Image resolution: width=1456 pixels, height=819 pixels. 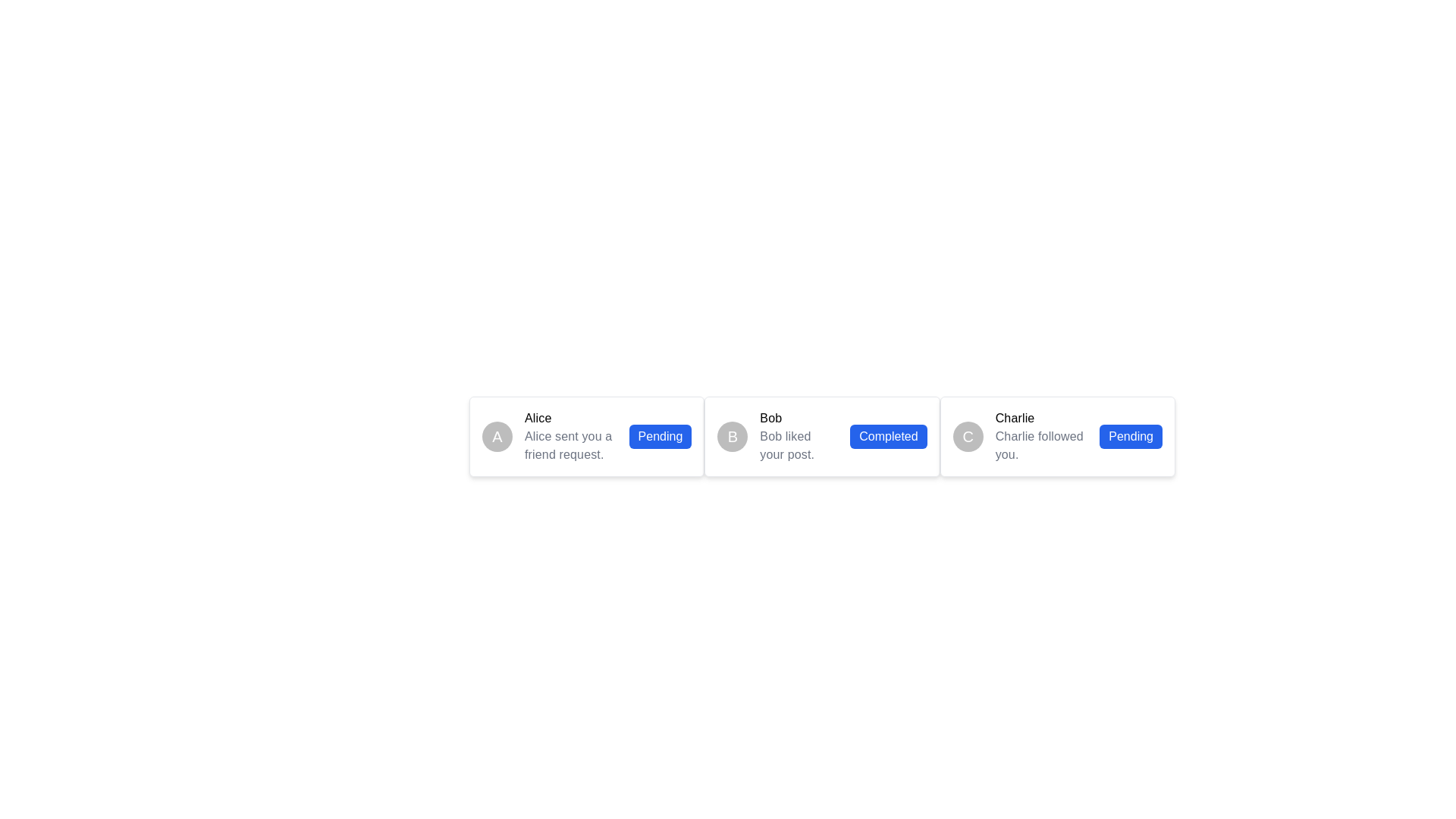 What do you see at coordinates (1040, 436) in the screenshot?
I see `the notification text display indicating that user 'Charlie' is following, located between a circular avatar with 'C' and a blue button labeled 'Pending'` at bounding box center [1040, 436].